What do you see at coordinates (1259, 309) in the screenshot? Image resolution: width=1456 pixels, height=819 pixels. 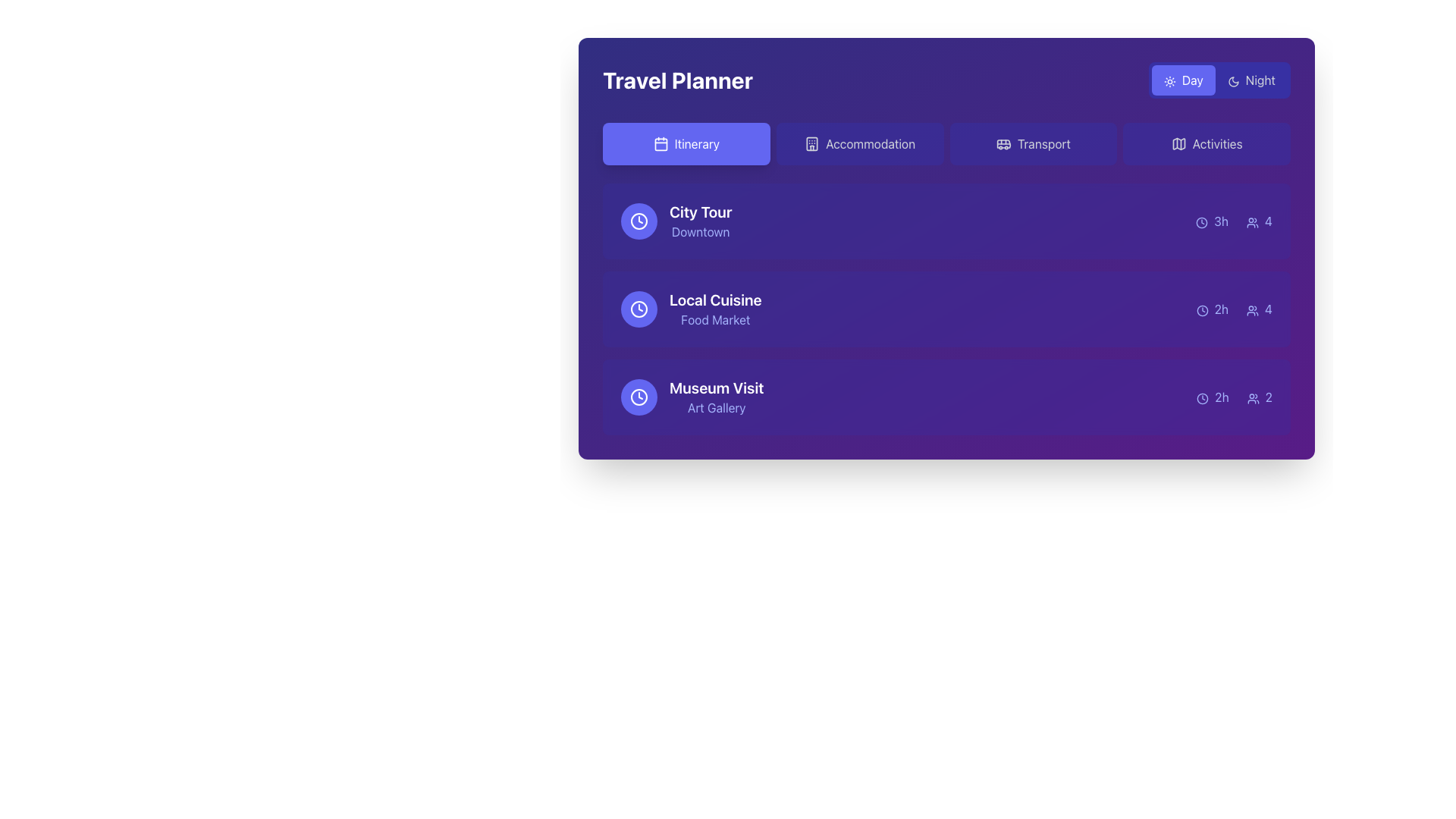 I see `the text label and icon that indicates the number of participants for the 'Local Cuisine' itinerary item, located to the right of the duration display ('2h')` at bounding box center [1259, 309].